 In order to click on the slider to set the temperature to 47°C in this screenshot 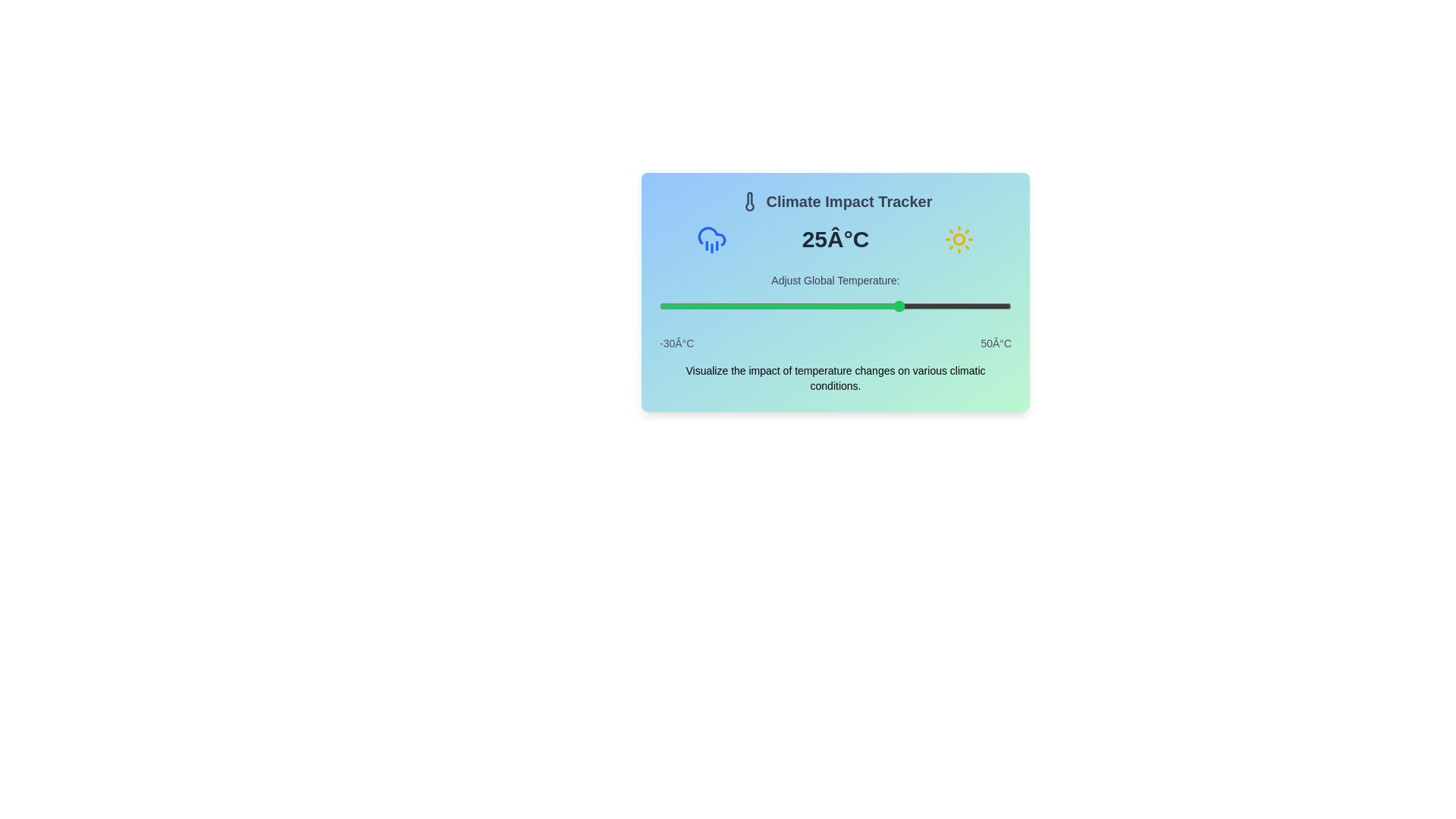, I will do `click(998, 306)`.